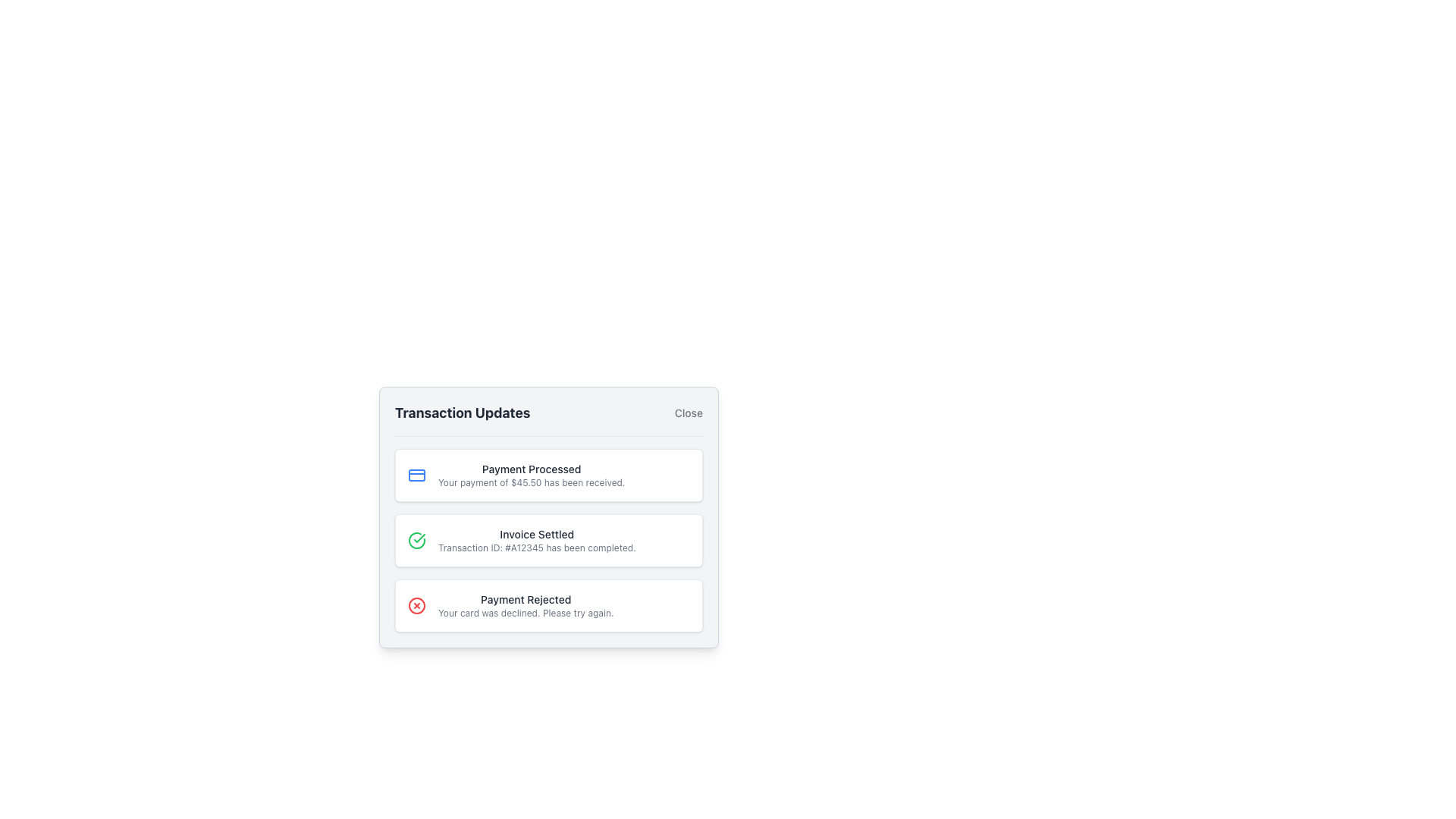 The image size is (1456, 819). Describe the element at coordinates (537, 540) in the screenshot. I see `the static text component within the notification card that informs the user about a successfully completed transaction` at that location.